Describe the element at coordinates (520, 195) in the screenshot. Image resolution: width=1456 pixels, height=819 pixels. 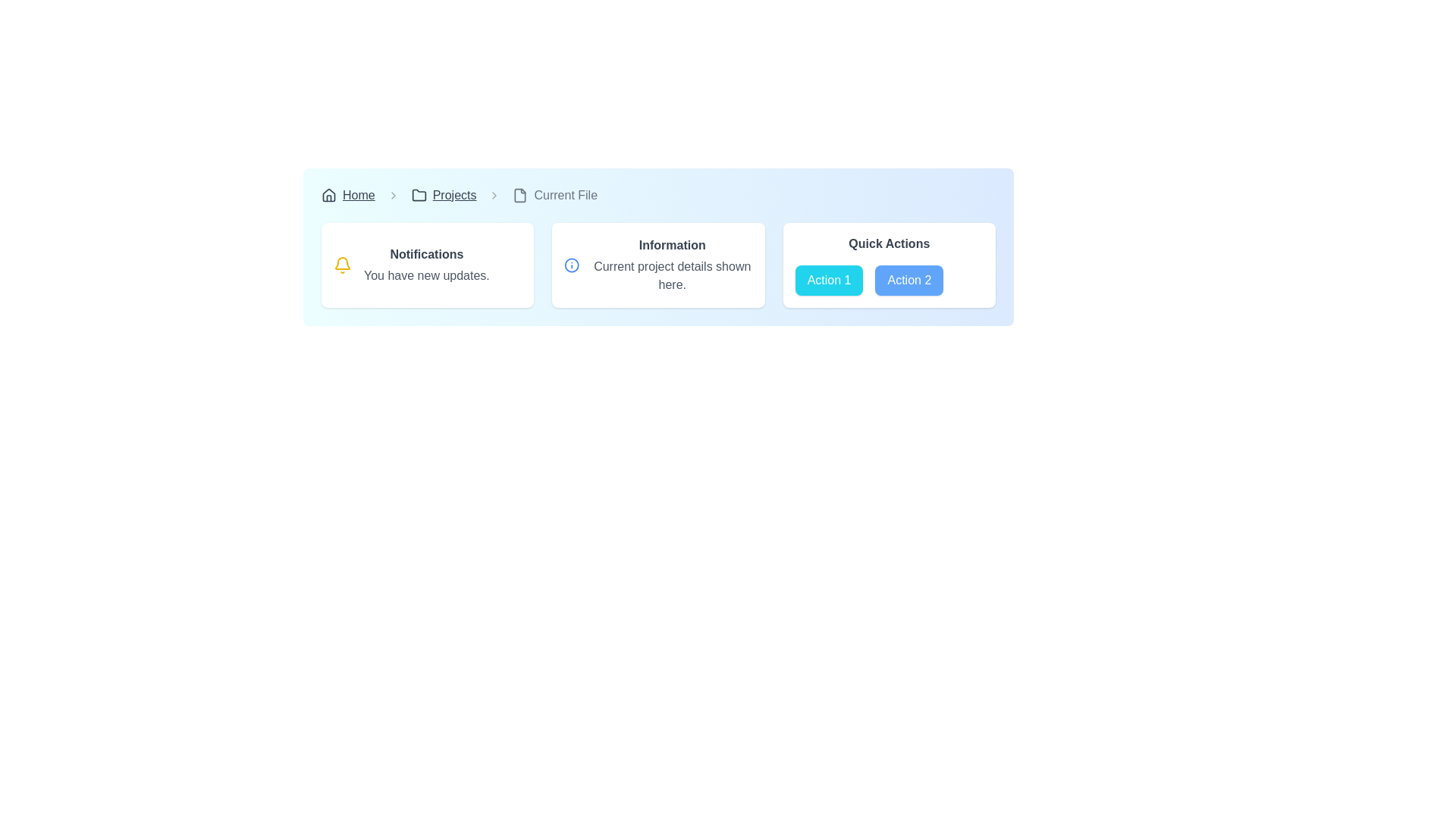
I see `the SVG icon resembling a file or document, which is located in the breadcrumb navigation just before the 'Current File' text` at that location.